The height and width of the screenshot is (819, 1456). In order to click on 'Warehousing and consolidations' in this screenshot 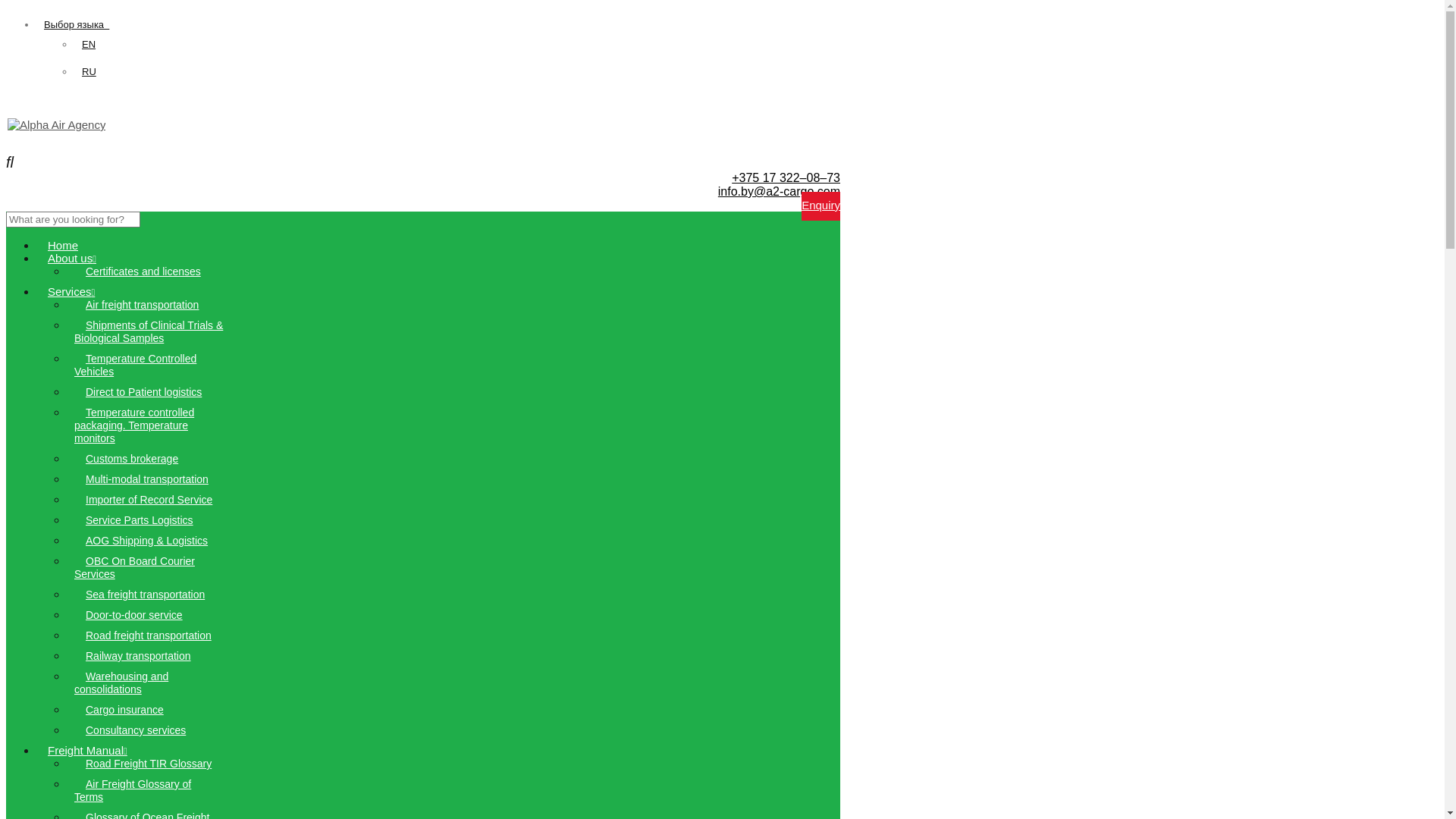, I will do `click(120, 682)`.